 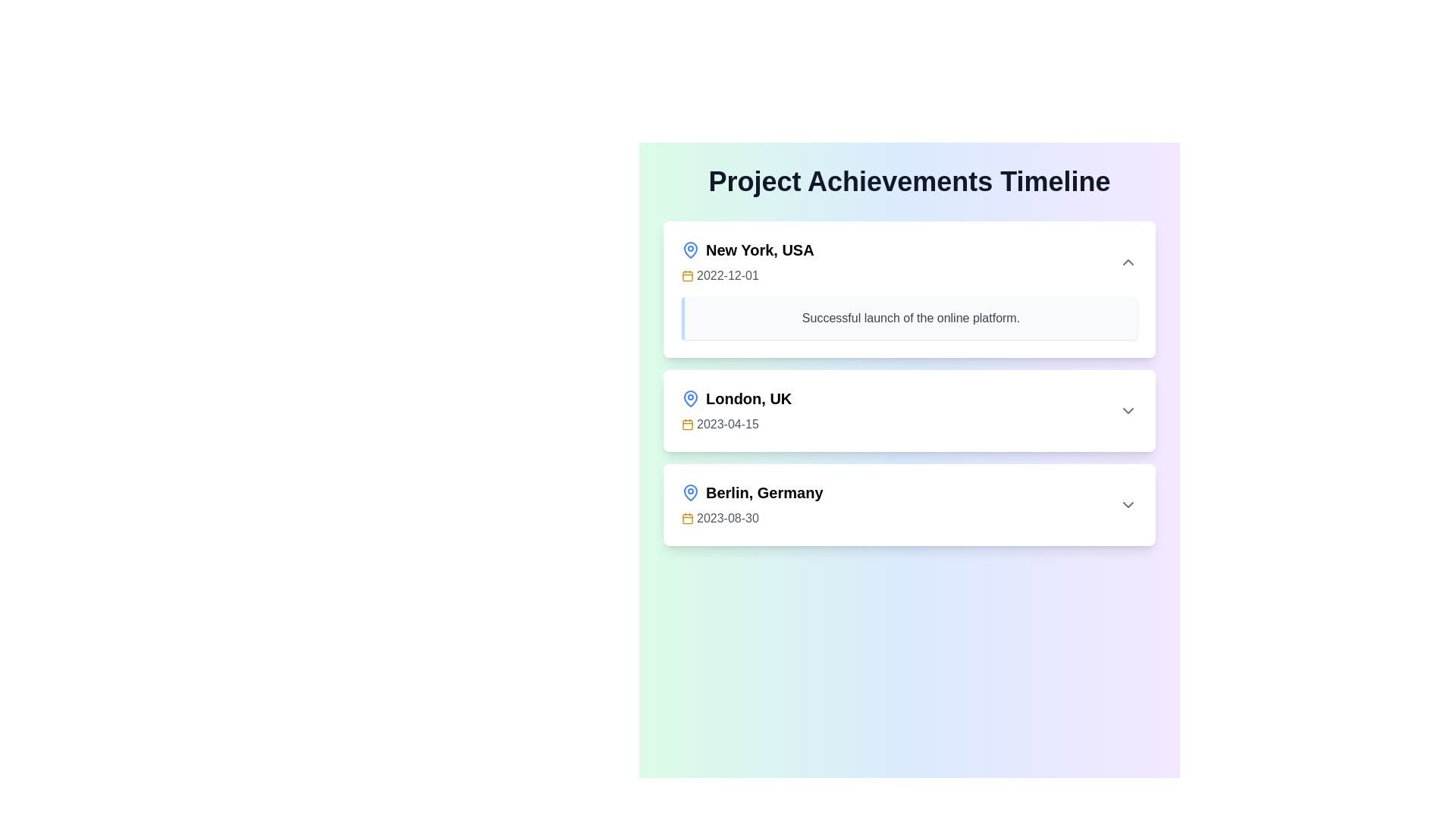 What do you see at coordinates (752, 493) in the screenshot?
I see `the 'Berlin, Germany' text label with icon, which is styled in bold and slightly larger font, located in the third block of a vertical list, positioned above the date '2023-08-30'` at bounding box center [752, 493].